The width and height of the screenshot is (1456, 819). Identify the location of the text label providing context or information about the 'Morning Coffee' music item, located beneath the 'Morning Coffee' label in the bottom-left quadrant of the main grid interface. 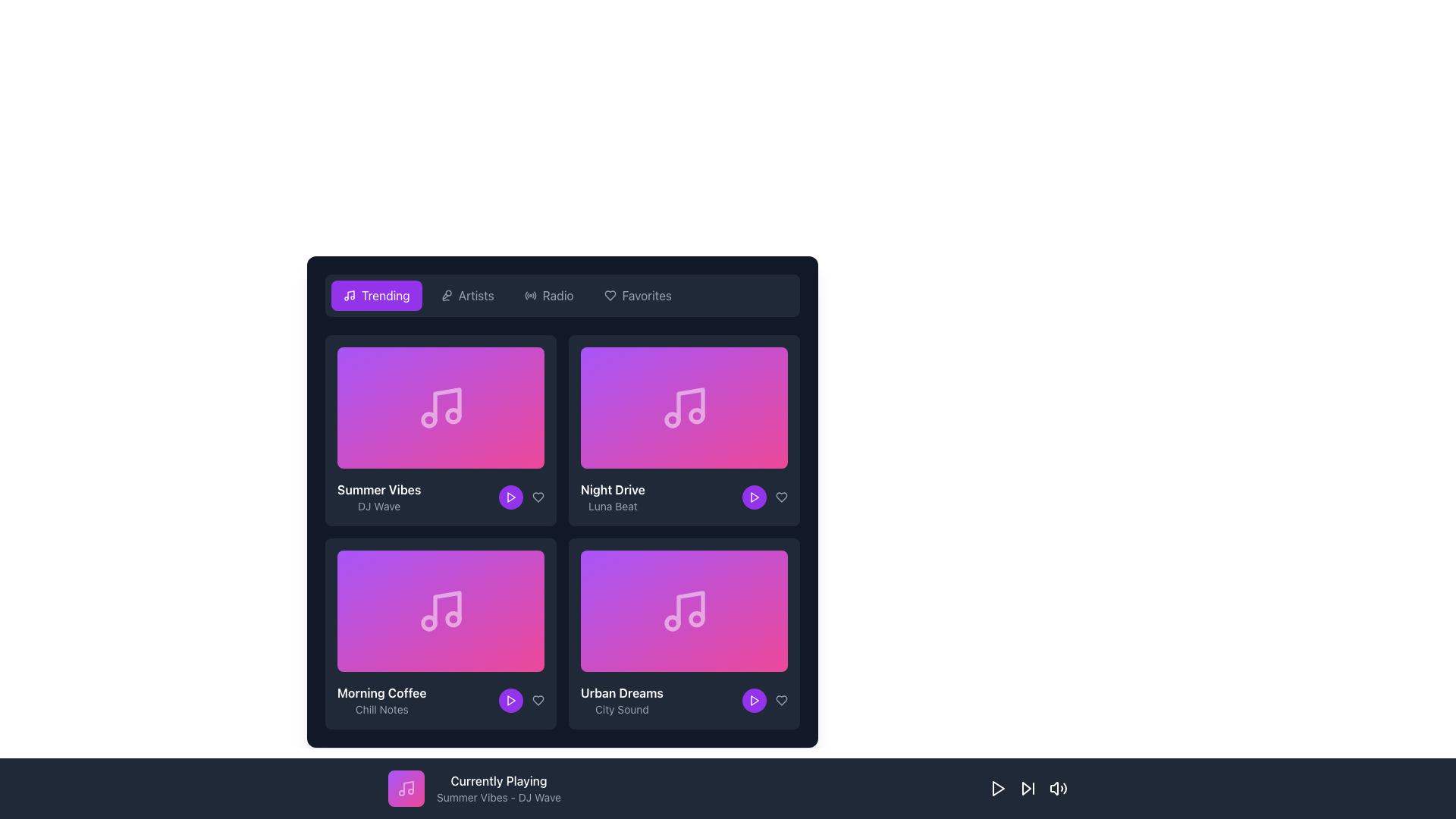
(381, 710).